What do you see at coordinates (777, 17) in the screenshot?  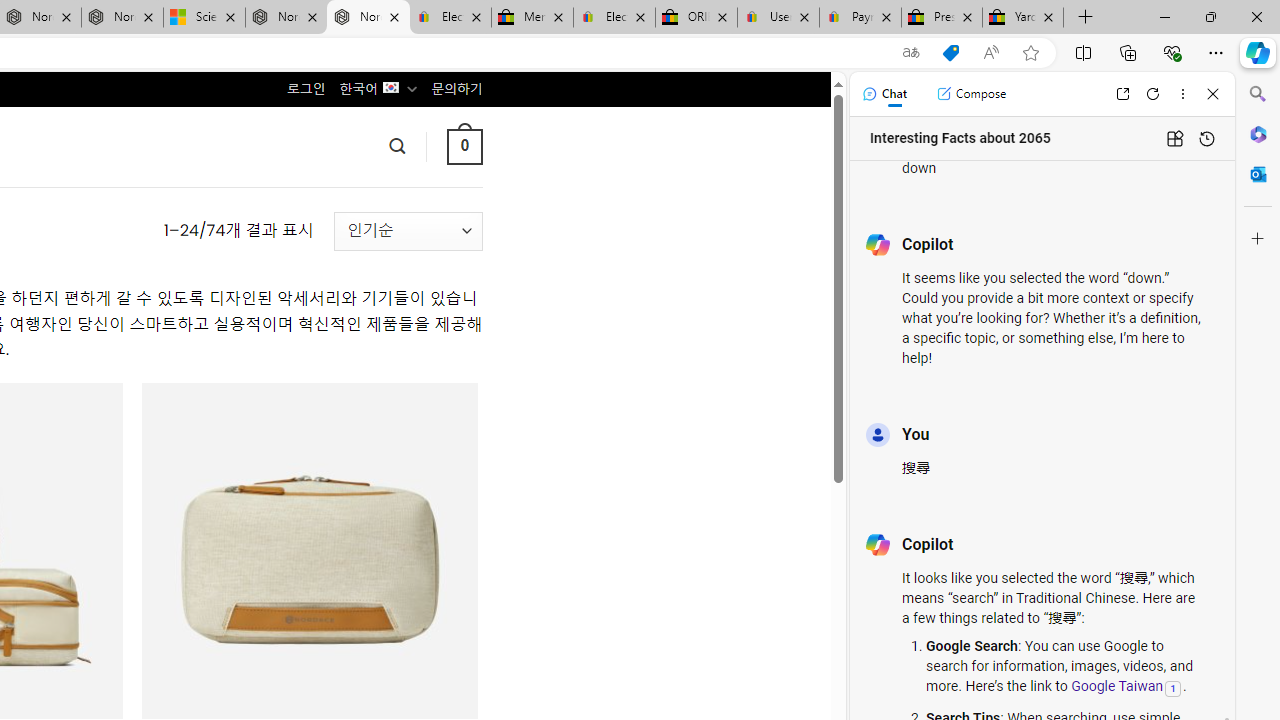 I see `'User Privacy Notice | eBay'` at bounding box center [777, 17].